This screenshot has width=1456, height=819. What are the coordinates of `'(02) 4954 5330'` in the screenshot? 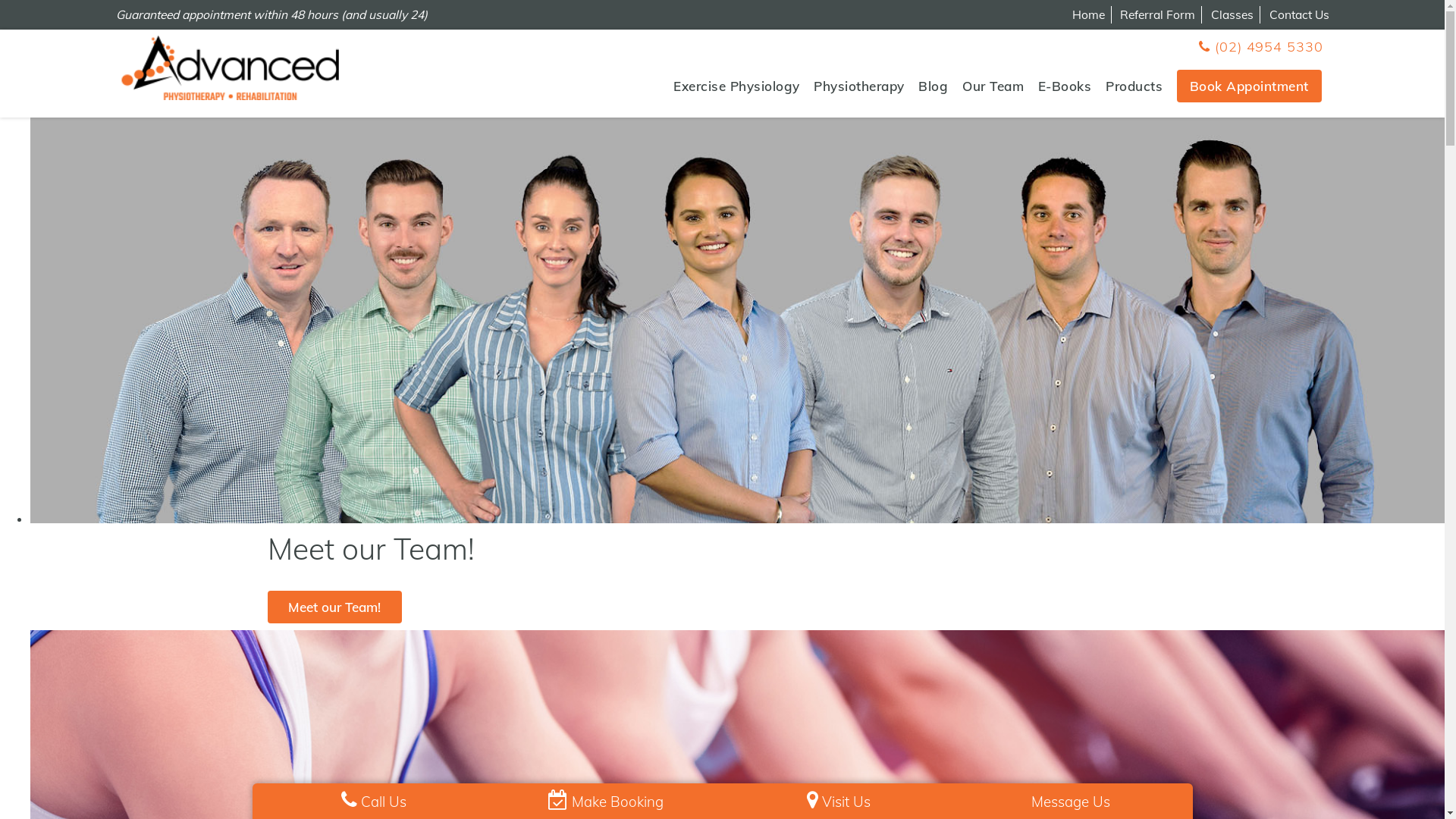 It's located at (1260, 45).